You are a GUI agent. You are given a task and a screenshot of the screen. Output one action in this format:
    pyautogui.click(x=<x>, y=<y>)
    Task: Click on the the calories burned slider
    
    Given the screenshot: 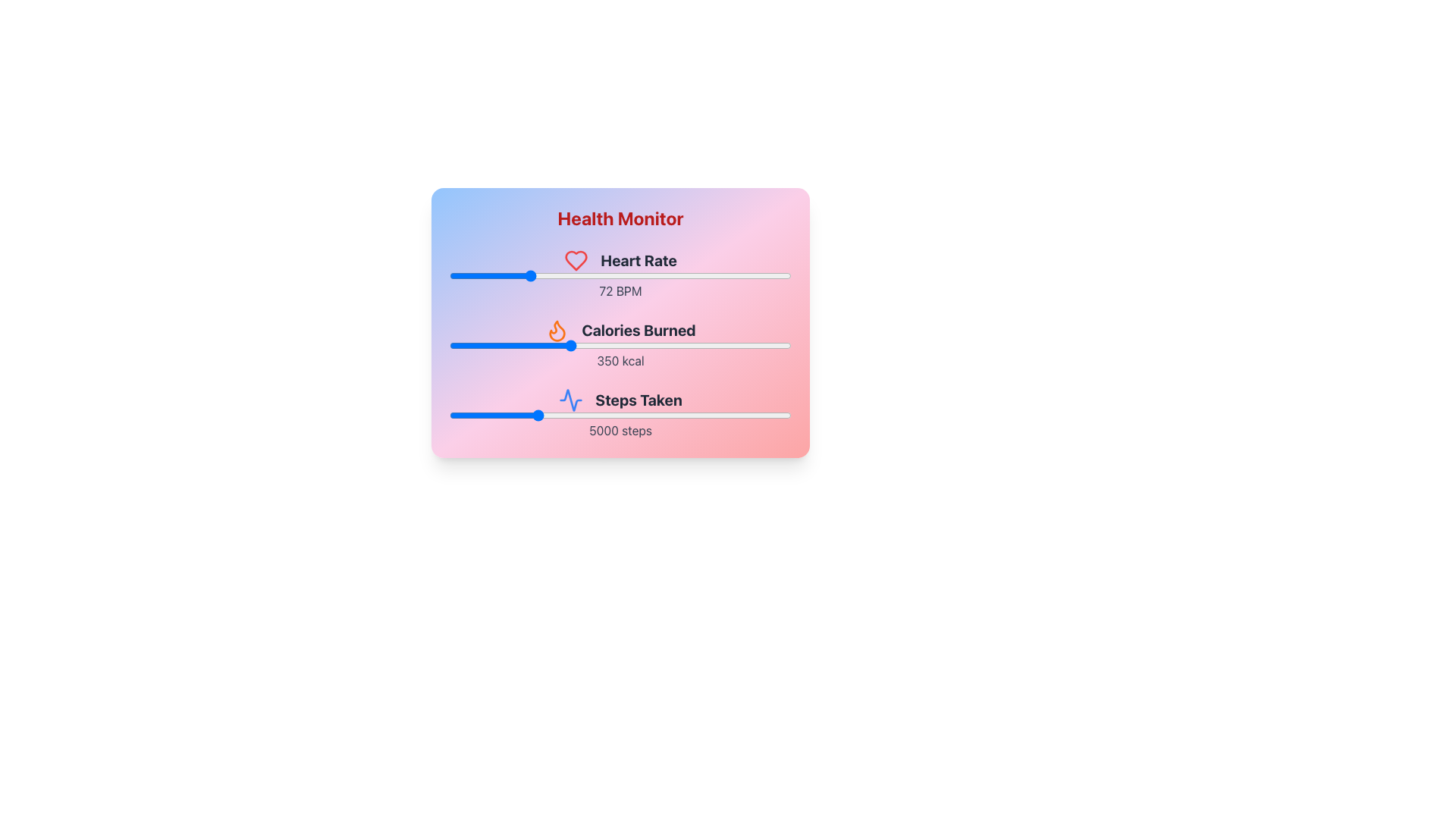 What is the action you would take?
    pyautogui.click(x=788, y=345)
    